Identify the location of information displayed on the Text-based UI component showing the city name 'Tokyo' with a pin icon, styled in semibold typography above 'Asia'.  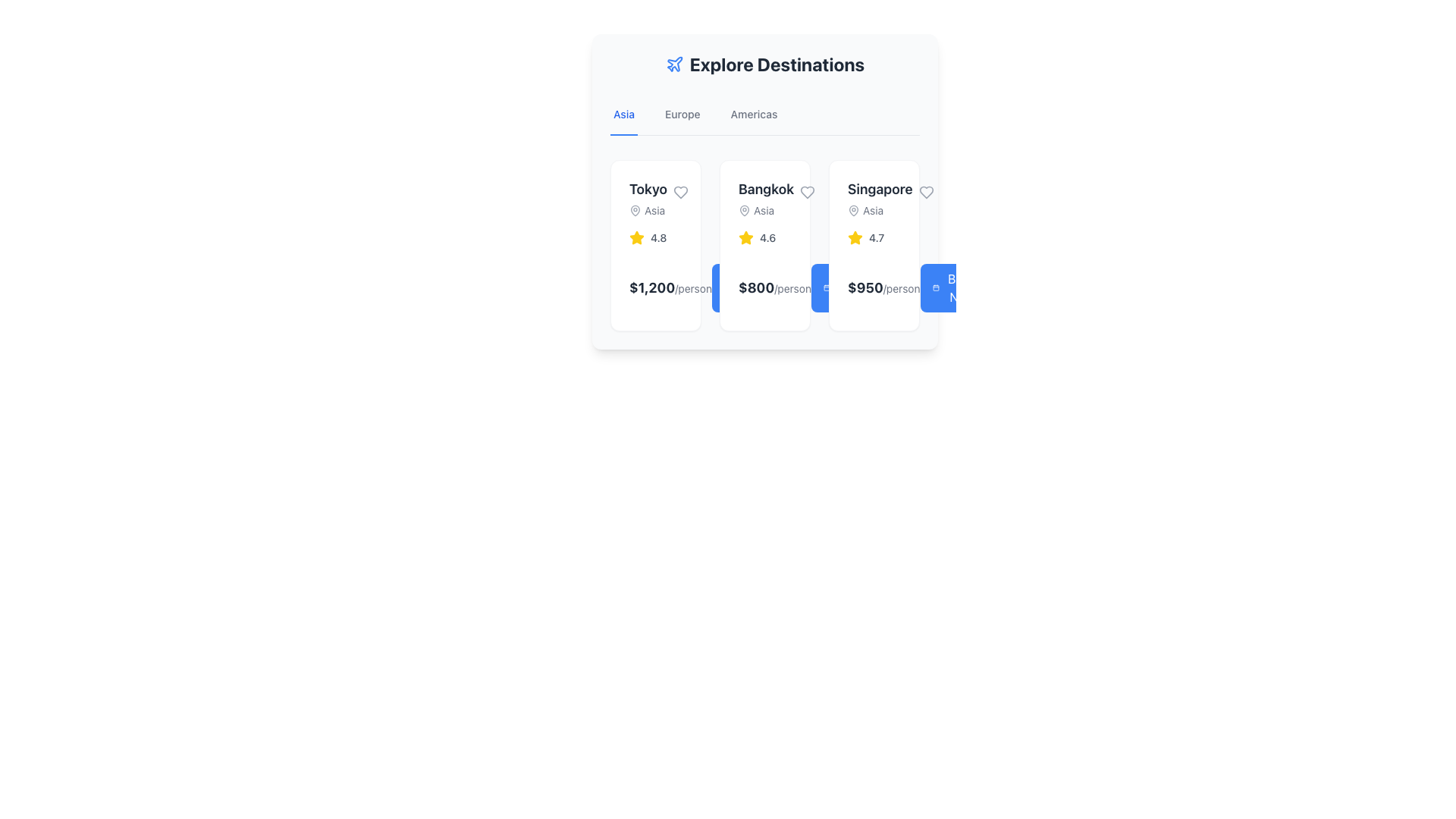
(648, 198).